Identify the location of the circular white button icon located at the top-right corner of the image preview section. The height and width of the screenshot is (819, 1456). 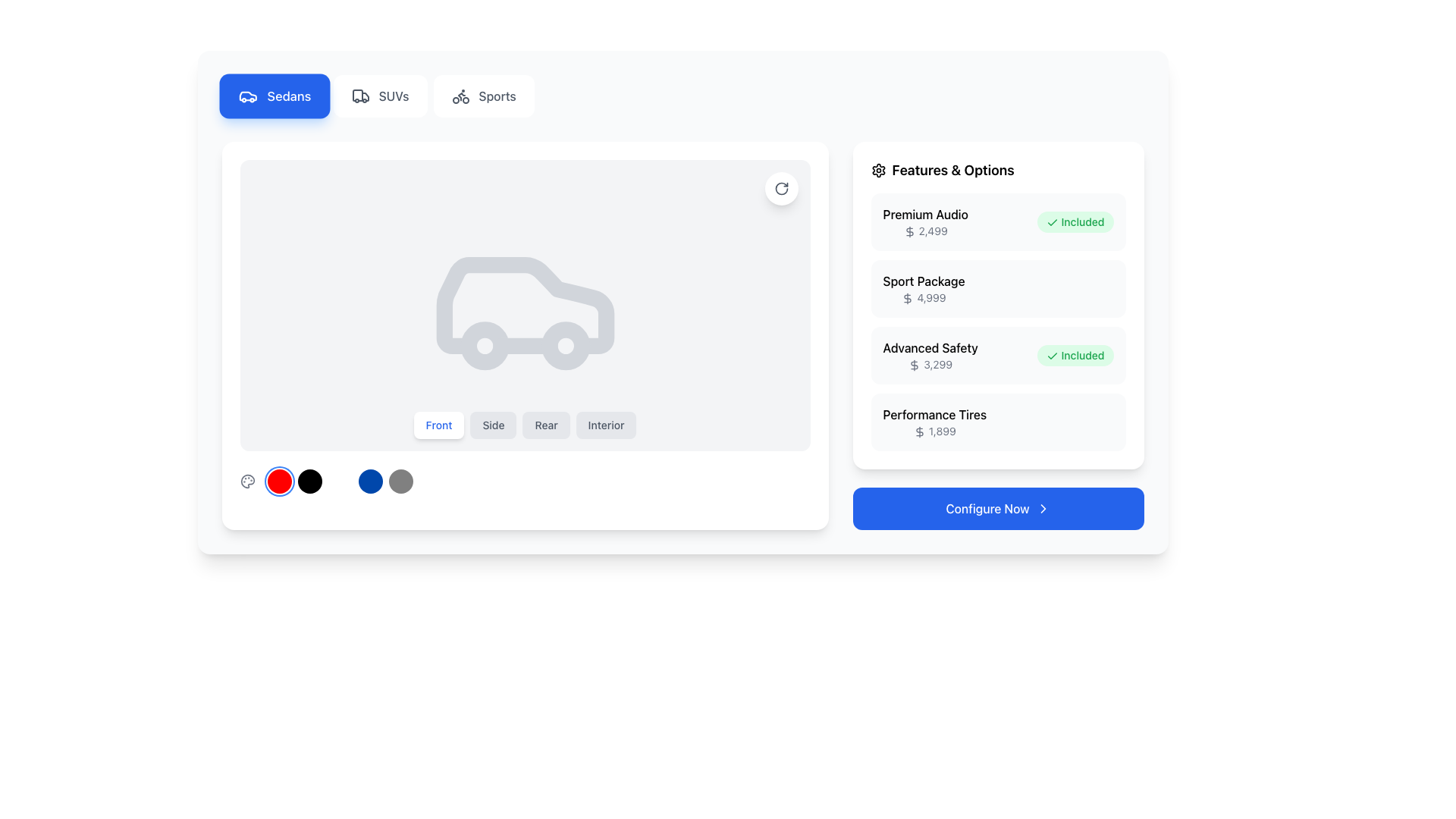
(781, 188).